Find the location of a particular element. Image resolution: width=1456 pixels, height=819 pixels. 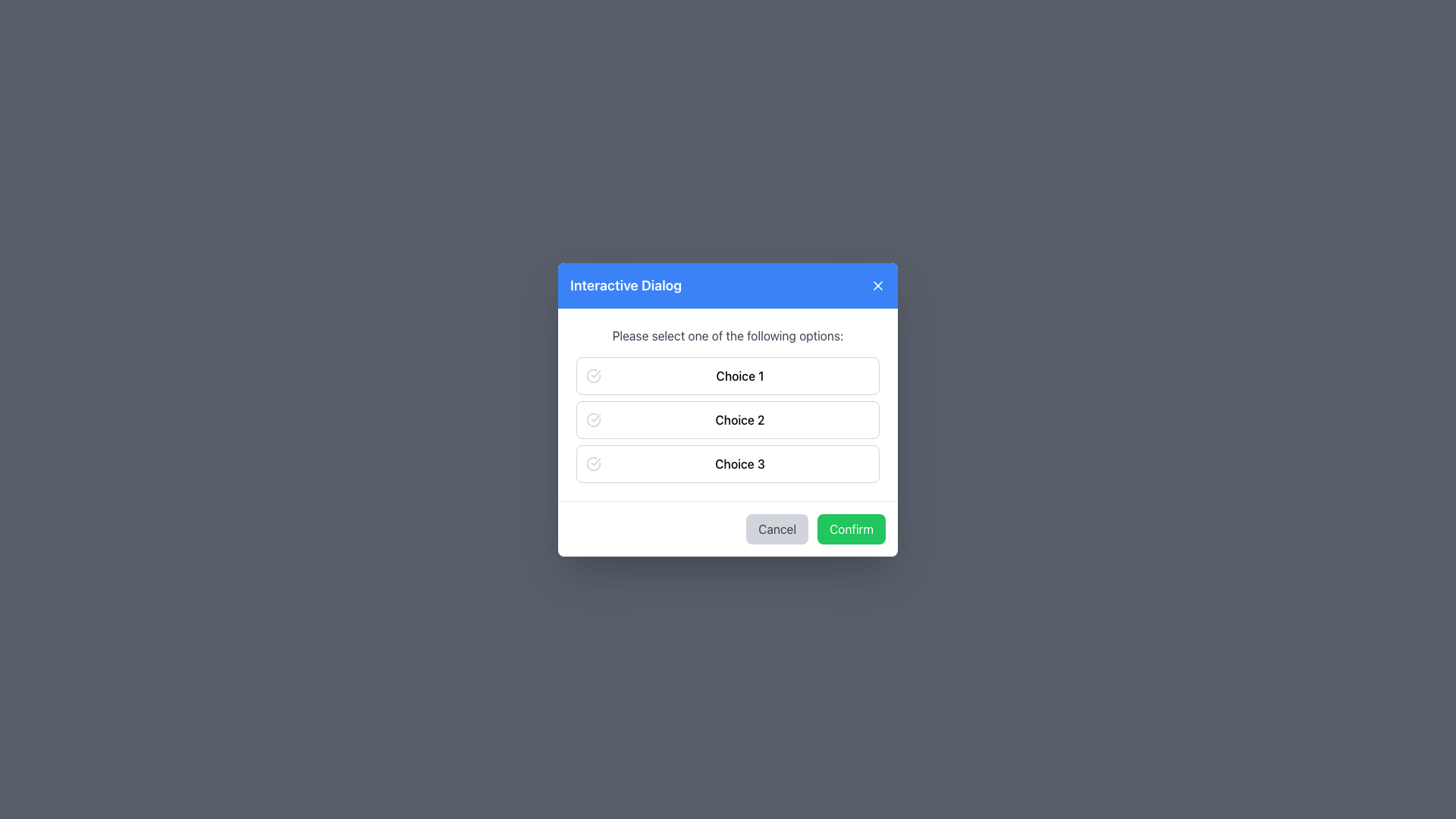

the text label located in the blue header bar at the top of the dialog box, which serves as a title or descriptor is located at coordinates (626, 285).